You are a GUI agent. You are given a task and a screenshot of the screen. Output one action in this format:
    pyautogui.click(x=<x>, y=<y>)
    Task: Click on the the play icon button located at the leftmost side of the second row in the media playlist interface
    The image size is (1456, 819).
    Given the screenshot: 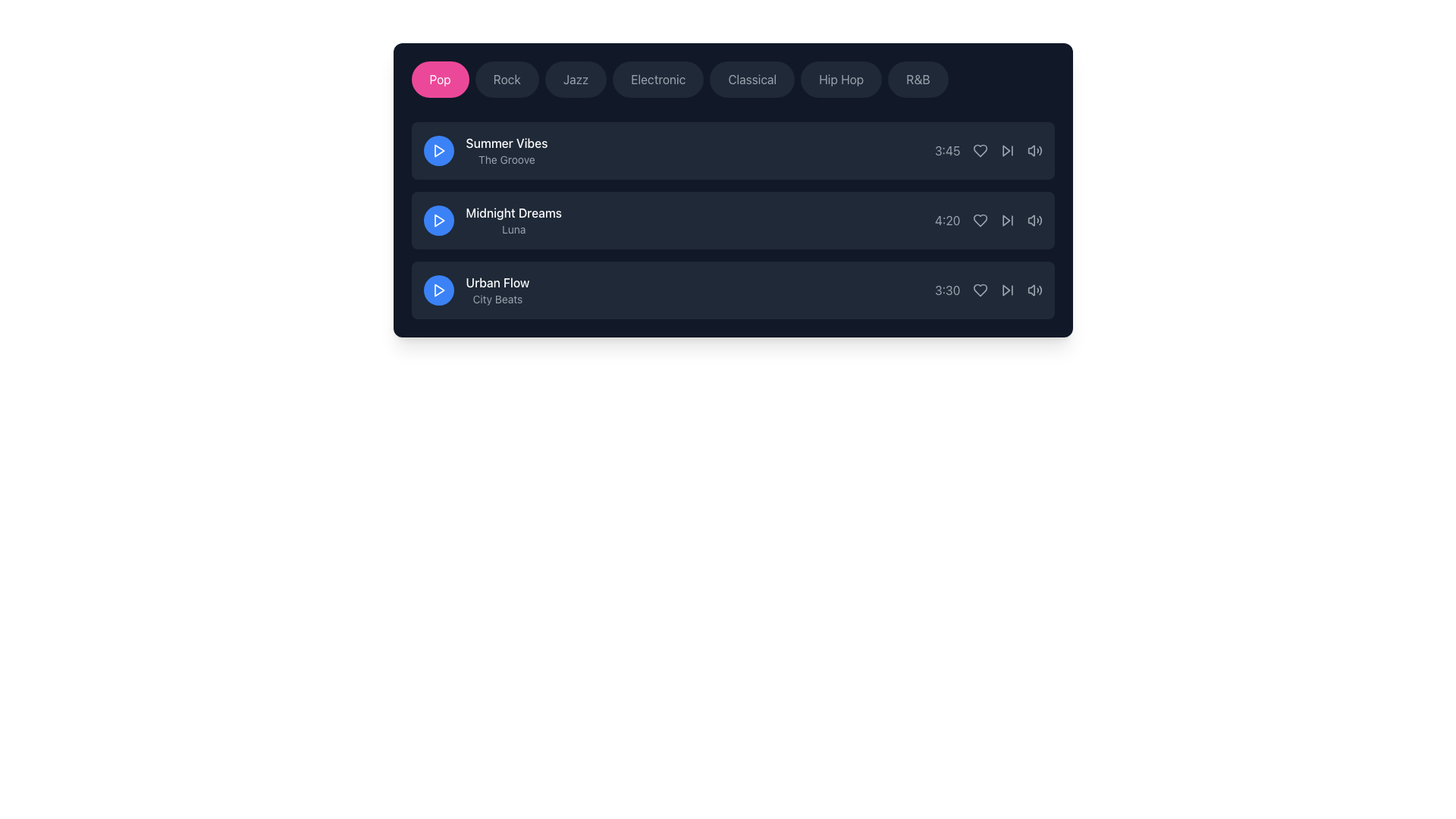 What is the action you would take?
    pyautogui.click(x=438, y=220)
    